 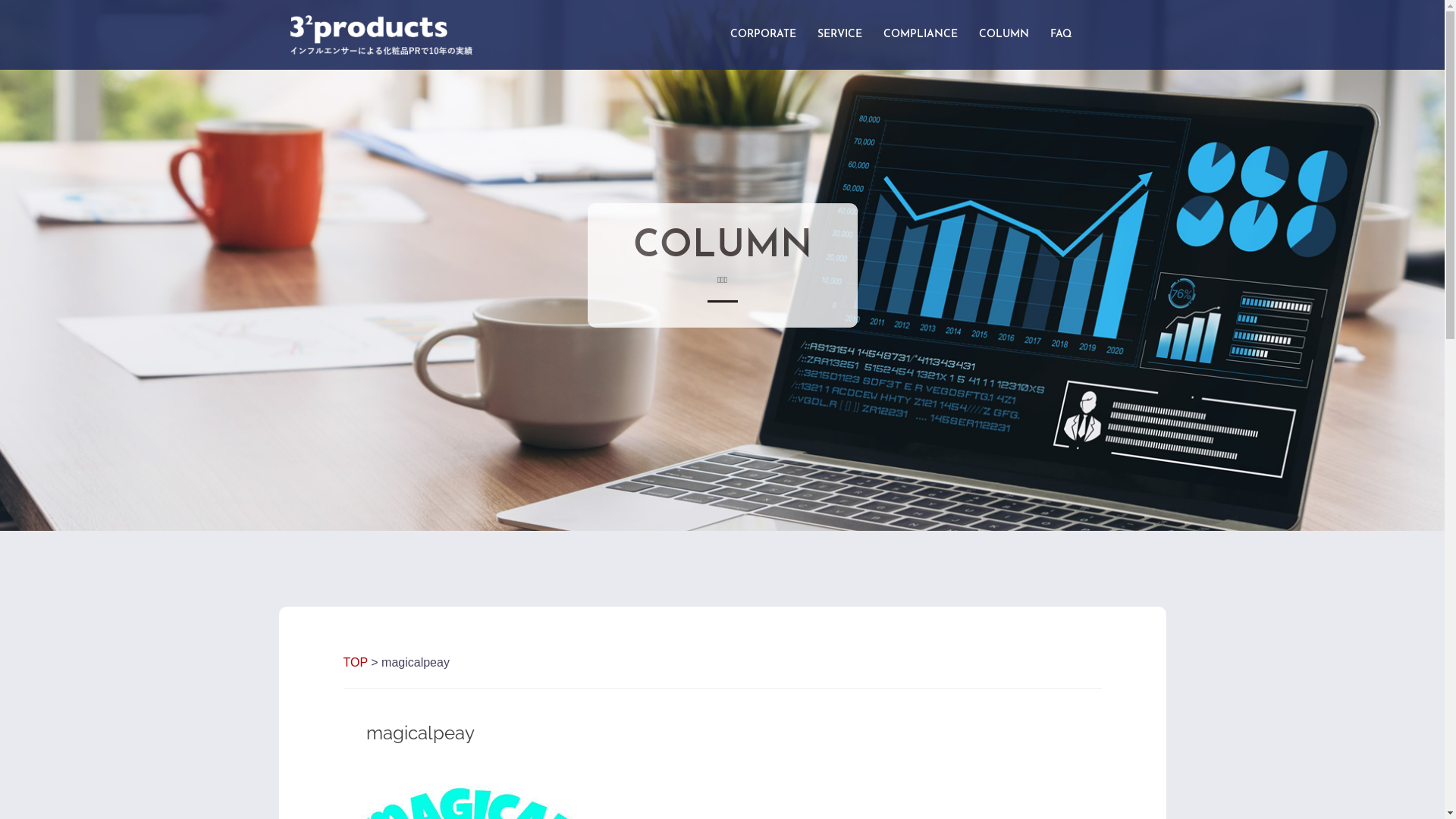 What do you see at coordinates (839, 34) in the screenshot?
I see `'SERVICE'` at bounding box center [839, 34].